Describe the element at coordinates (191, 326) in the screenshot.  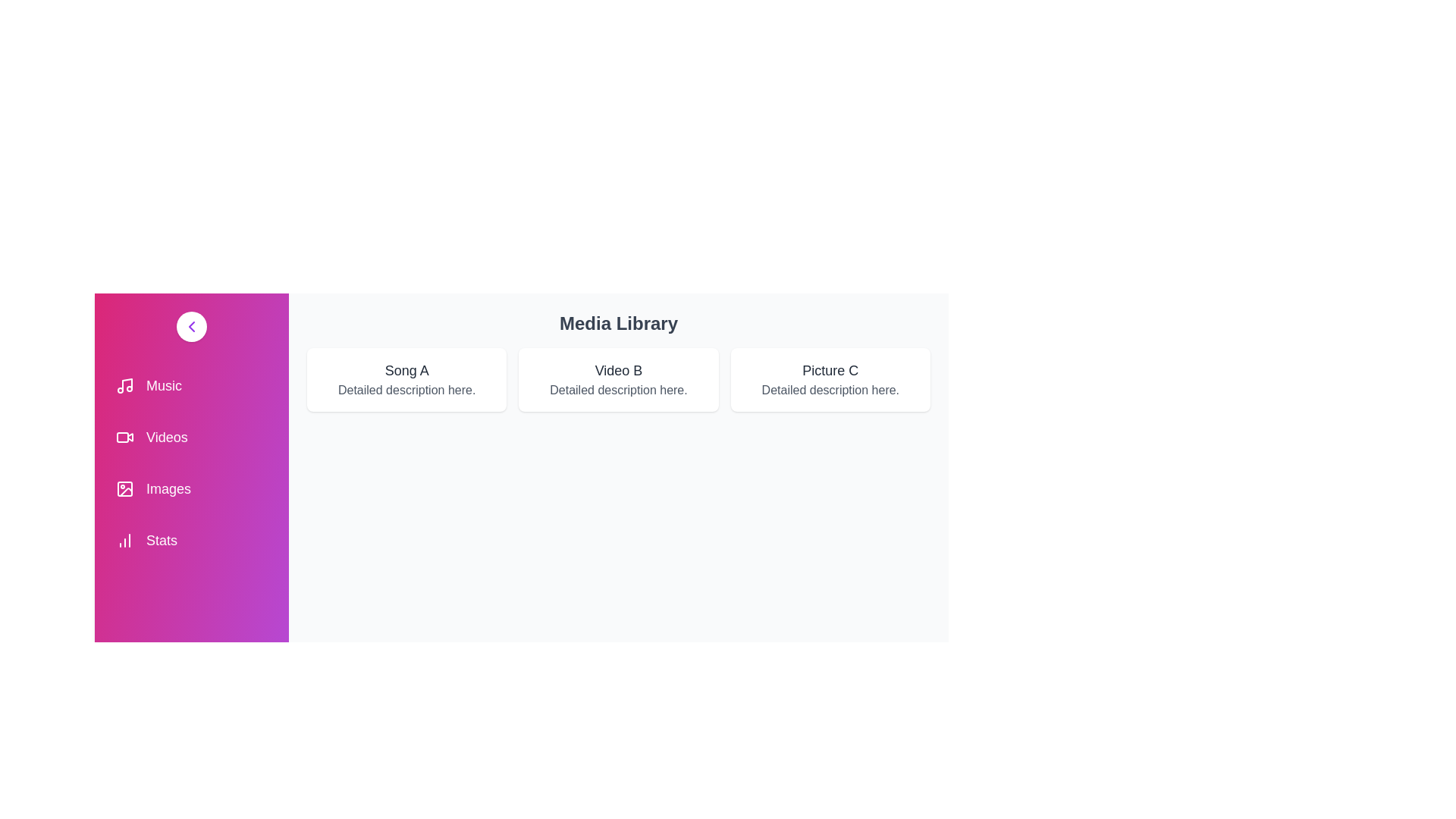
I see `the arrow button to toggle the drawer` at that location.